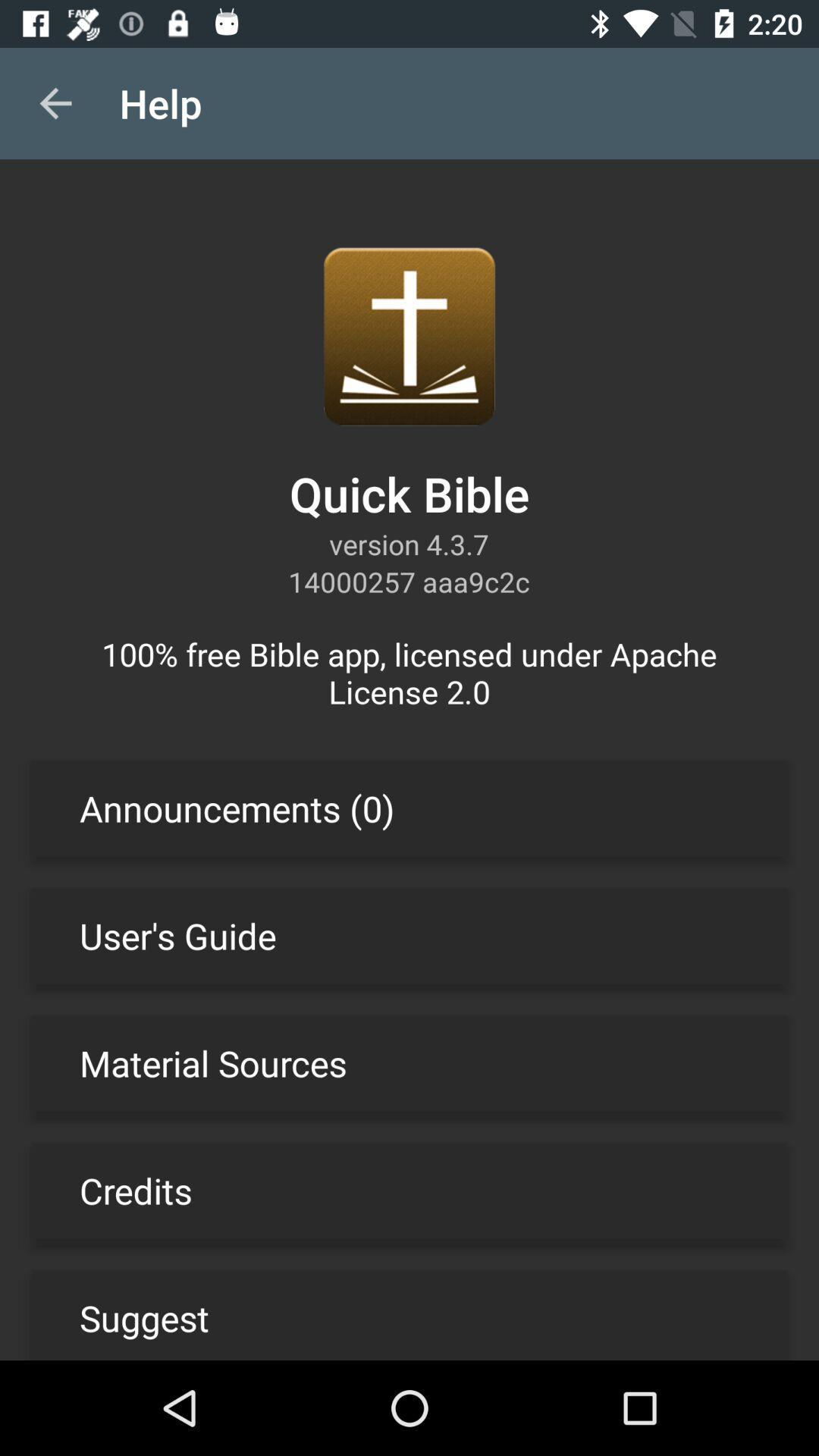 The width and height of the screenshot is (819, 1456). Describe the element at coordinates (409, 672) in the screenshot. I see `the 100 free bible icon` at that location.